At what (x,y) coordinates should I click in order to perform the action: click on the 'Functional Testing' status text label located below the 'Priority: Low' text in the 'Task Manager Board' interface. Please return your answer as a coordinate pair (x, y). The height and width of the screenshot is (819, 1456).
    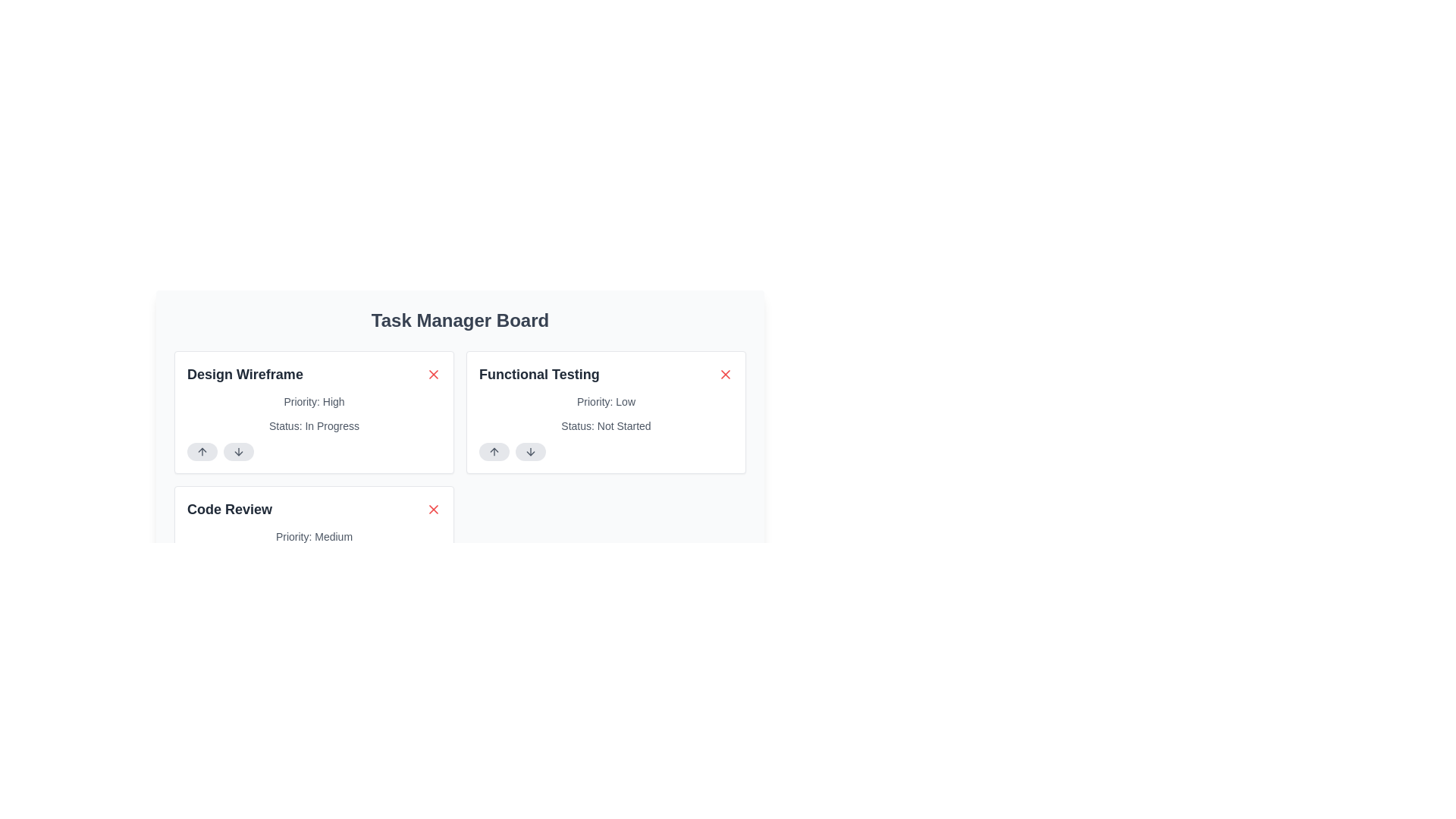
    Looking at the image, I should click on (605, 426).